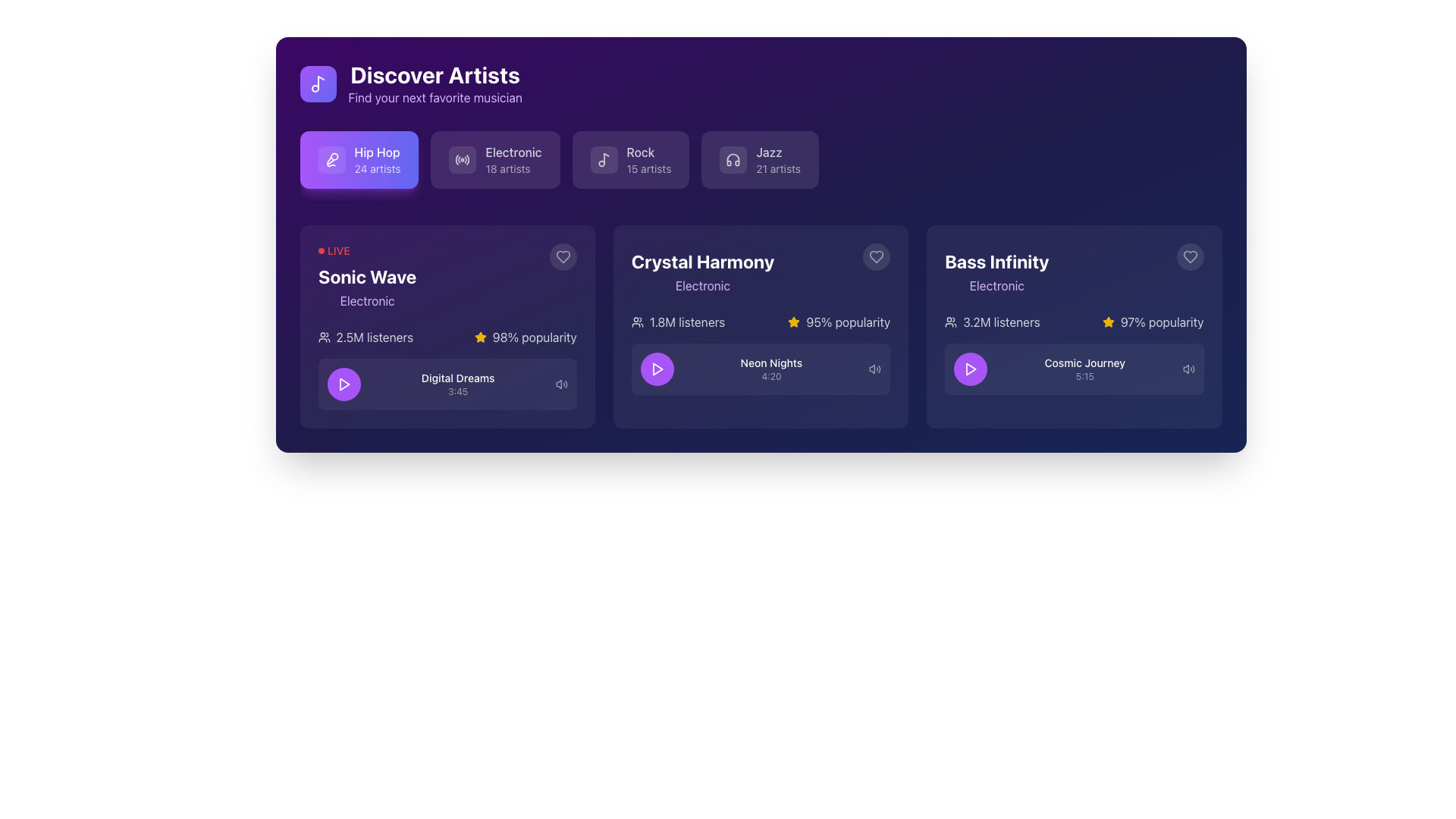  Describe the element at coordinates (562, 256) in the screenshot. I see `the 'like' button located at the top right corner of the leftmost card representing a musical artist` at that location.